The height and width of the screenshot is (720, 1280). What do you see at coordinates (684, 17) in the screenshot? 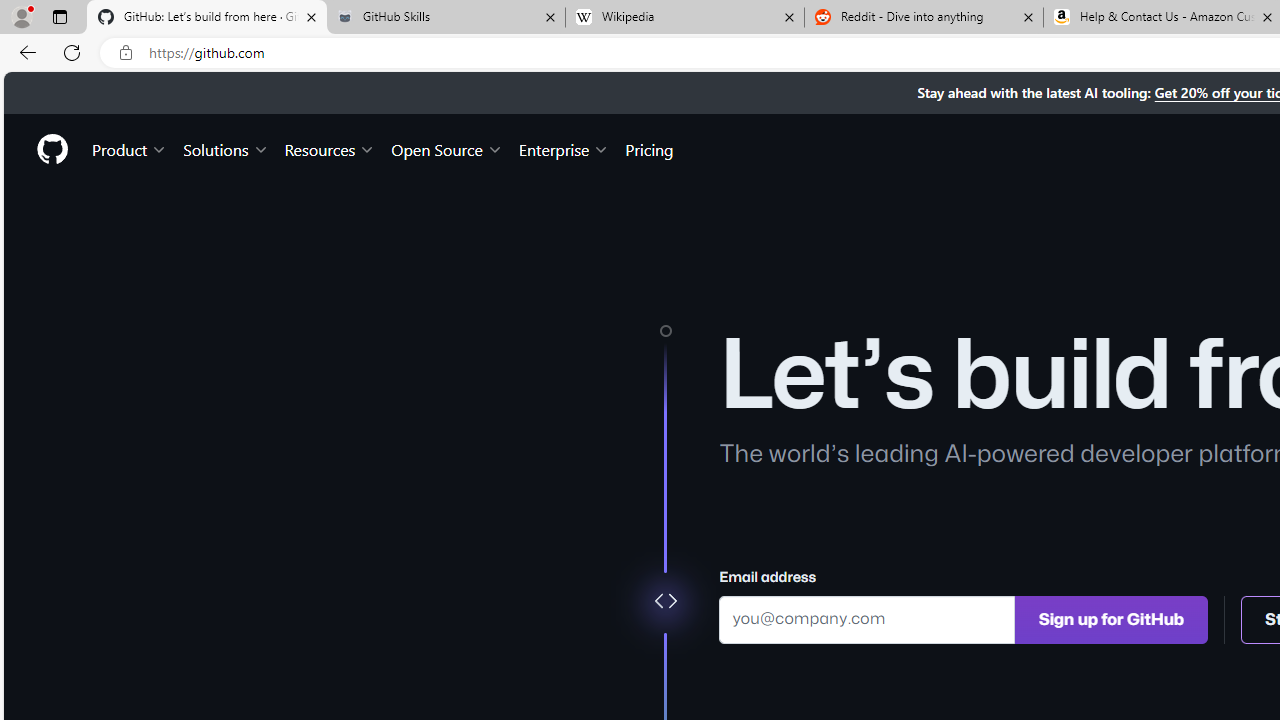
I see `'Wikipedia'` at bounding box center [684, 17].